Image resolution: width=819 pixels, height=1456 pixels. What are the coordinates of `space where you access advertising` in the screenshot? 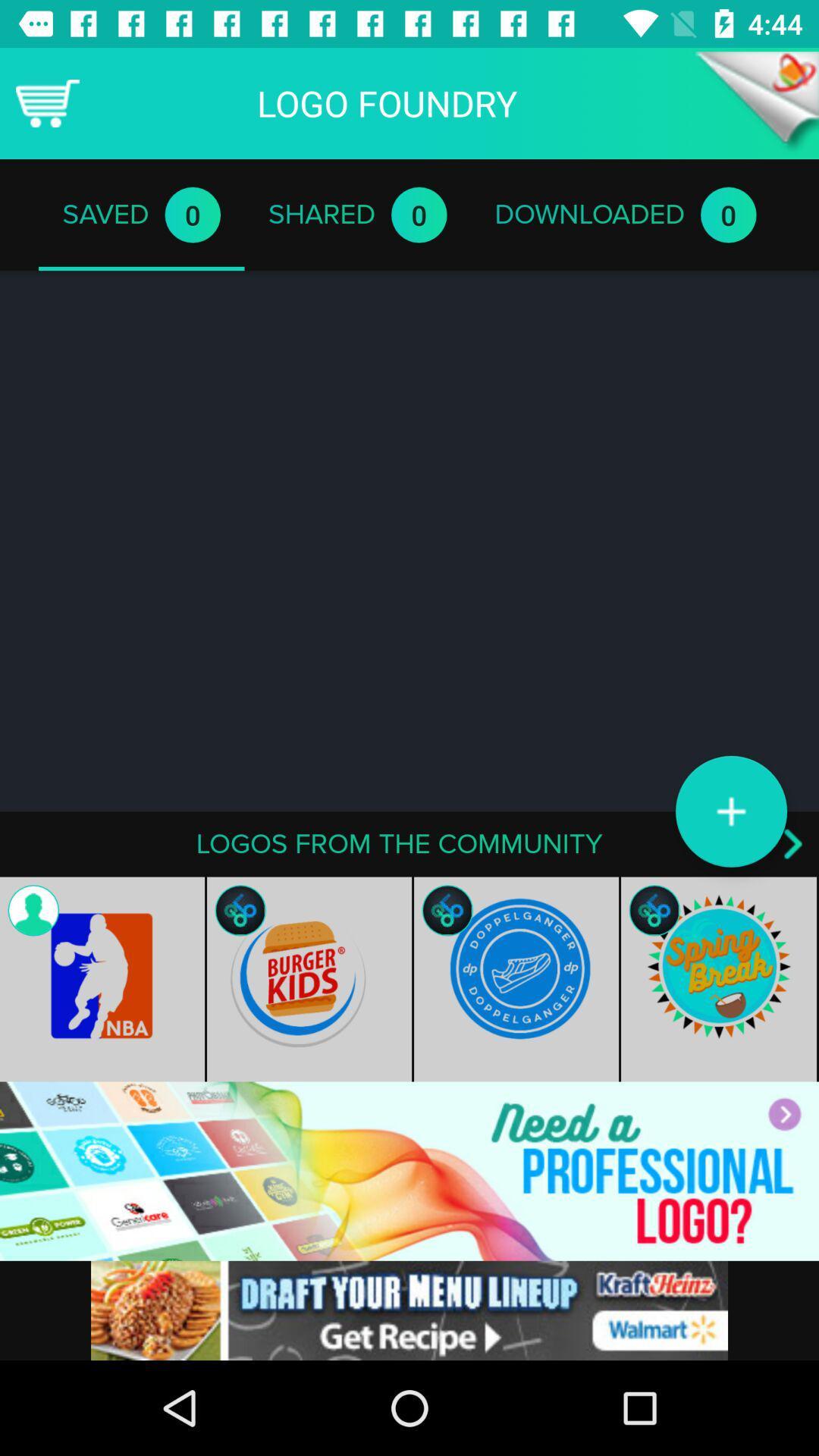 It's located at (409, 1310).